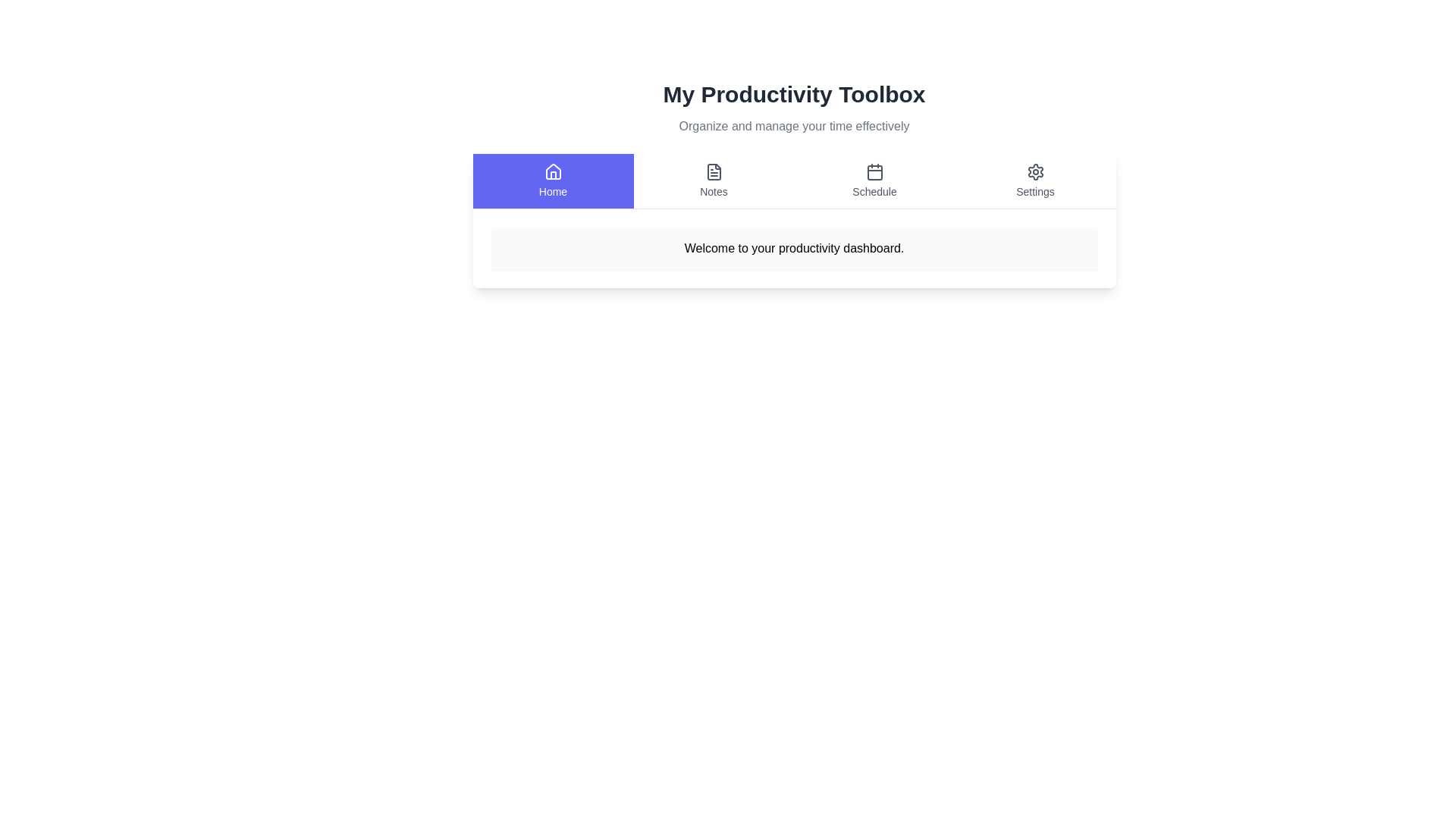  Describe the element at coordinates (1034, 180) in the screenshot. I see `the 'Settings' button in the top navigation bar, which features a gear icon and a small grayish label` at that location.